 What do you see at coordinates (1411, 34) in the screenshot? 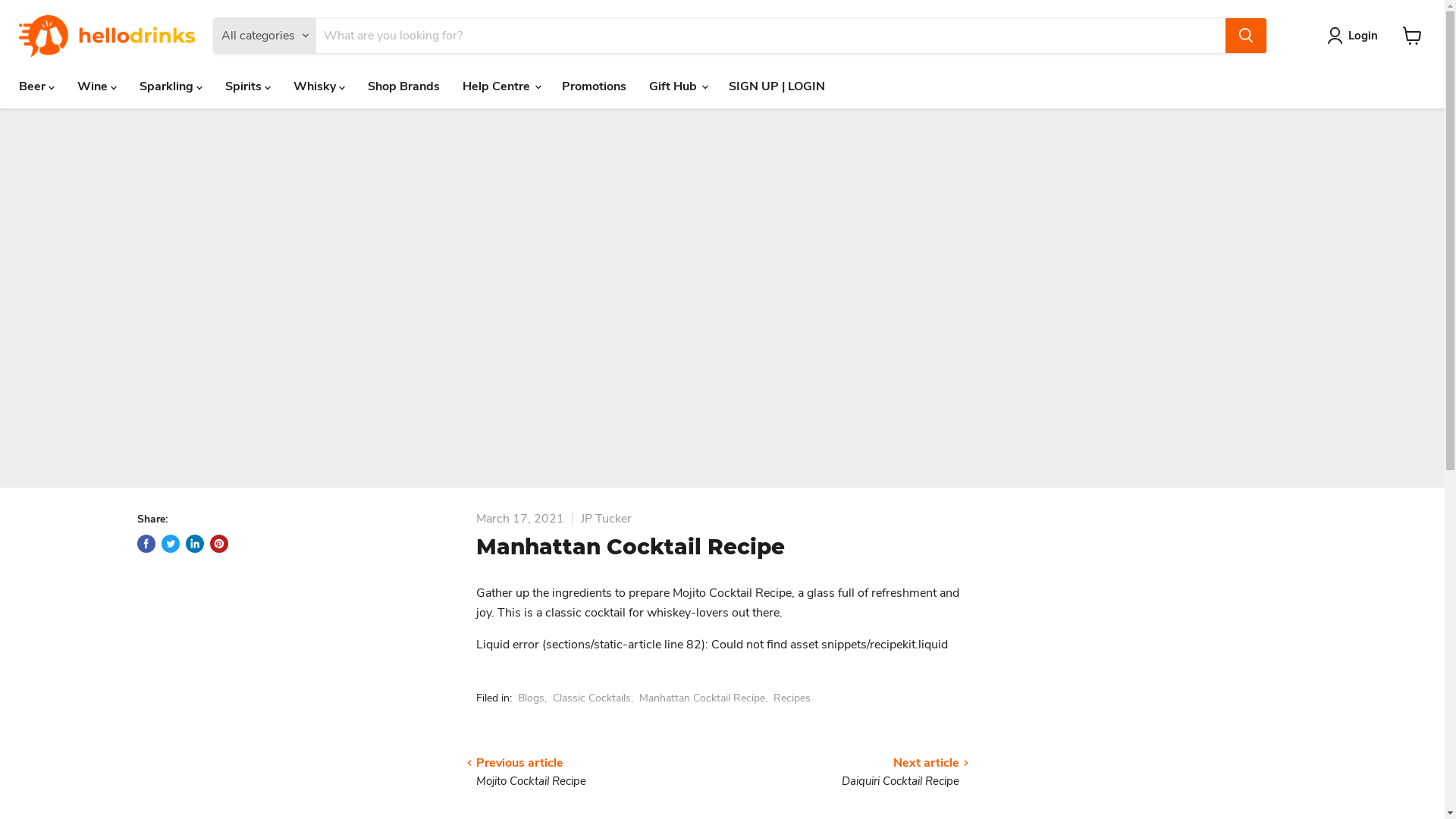
I see `'View cart'` at bounding box center [1411, 34].